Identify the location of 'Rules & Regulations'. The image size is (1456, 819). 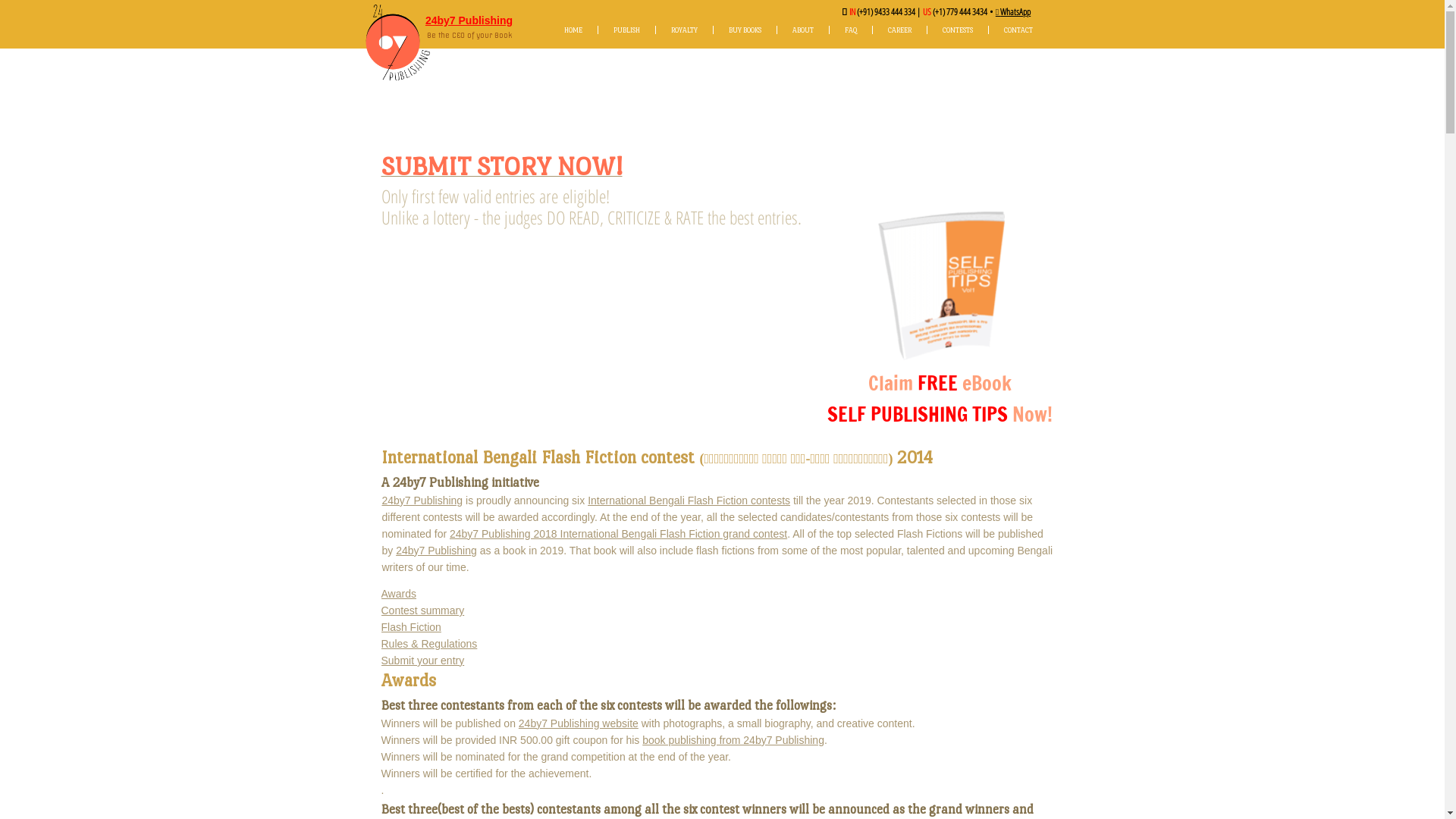
(428, 643).